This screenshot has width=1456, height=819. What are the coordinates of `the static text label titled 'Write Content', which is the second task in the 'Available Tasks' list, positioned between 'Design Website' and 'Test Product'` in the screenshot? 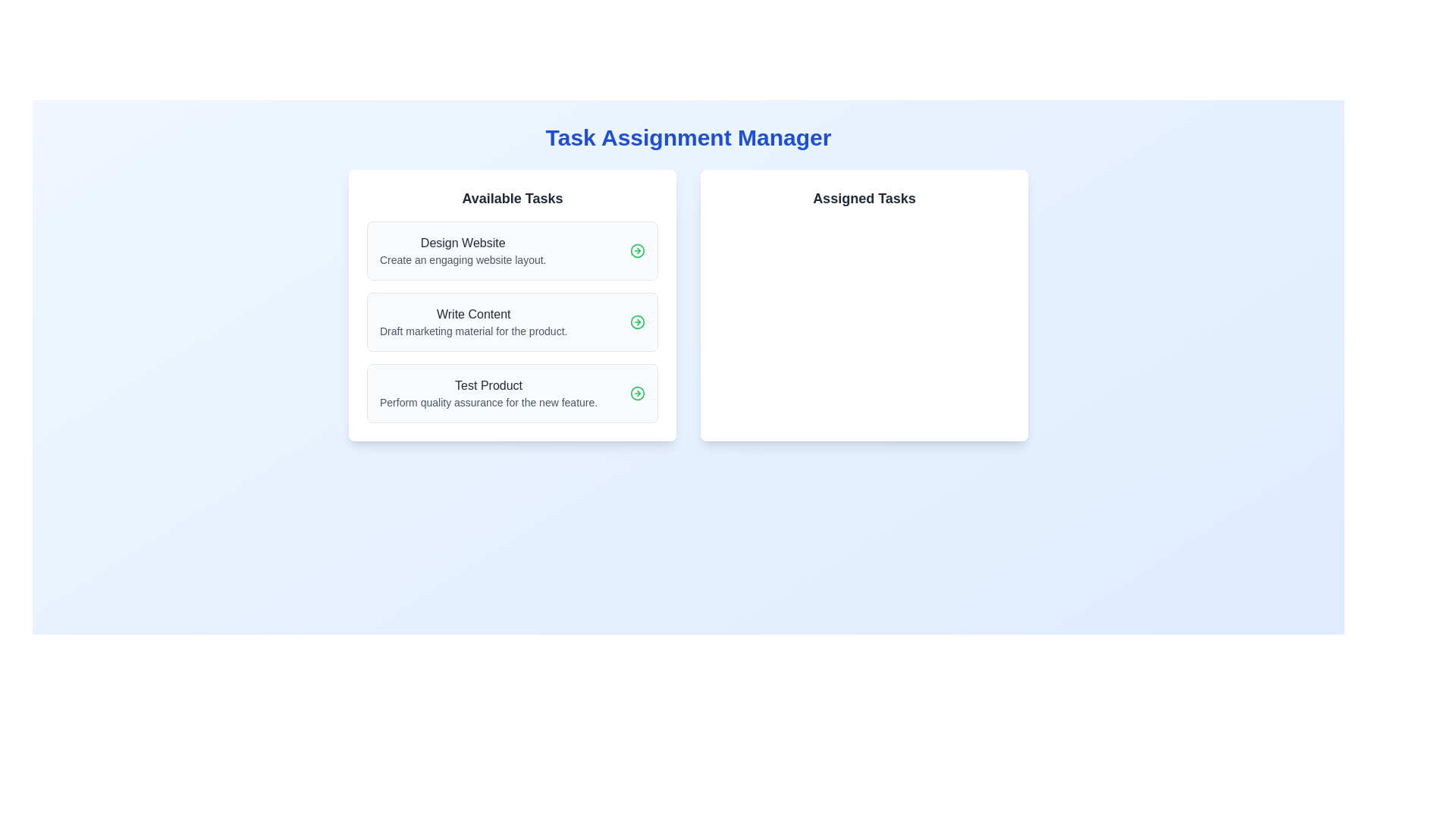 It's located at (472, 314).